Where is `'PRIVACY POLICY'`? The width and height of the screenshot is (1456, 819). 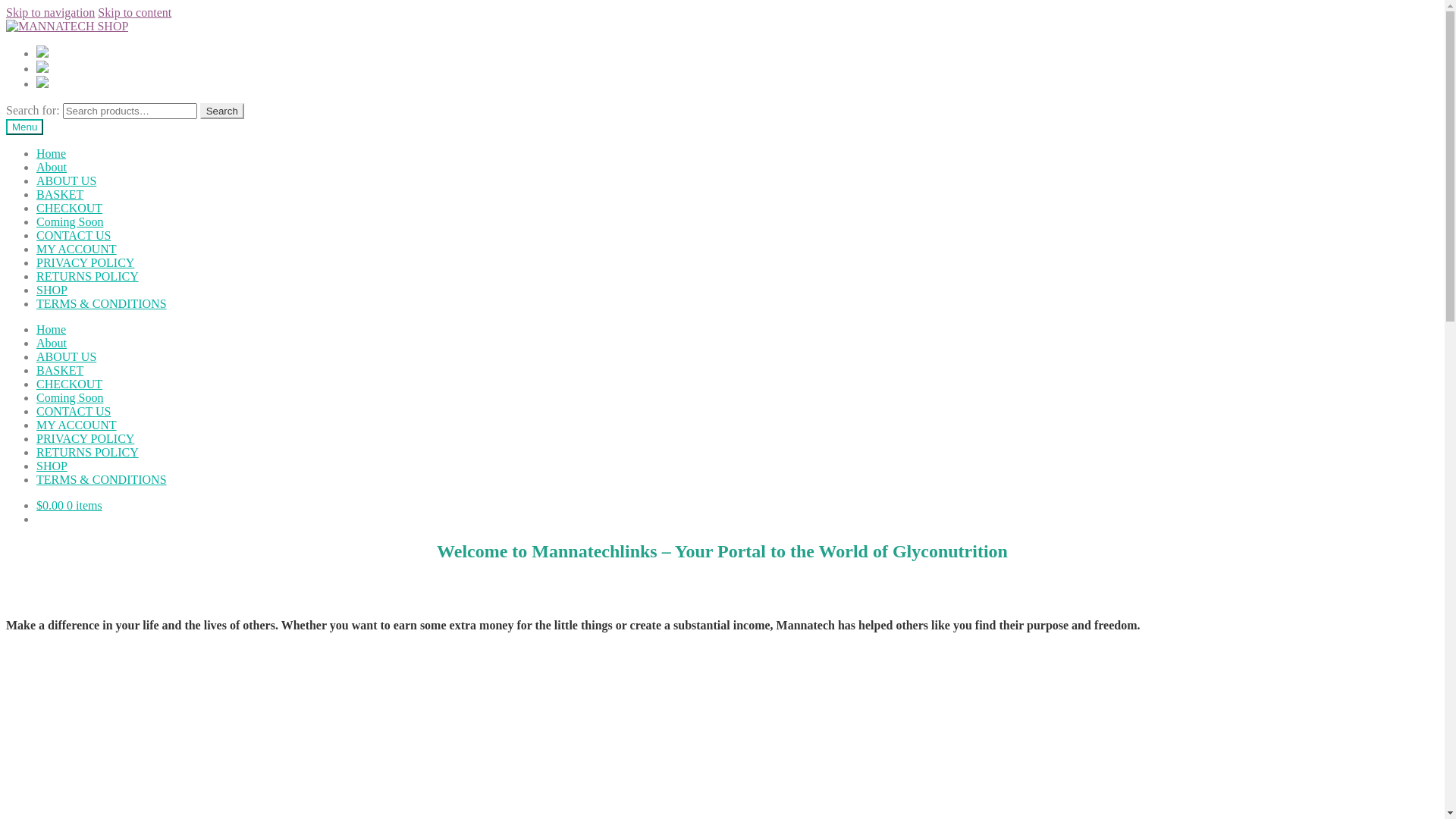 'PRIVACY POLICY' is located at coordinates (84, 262).